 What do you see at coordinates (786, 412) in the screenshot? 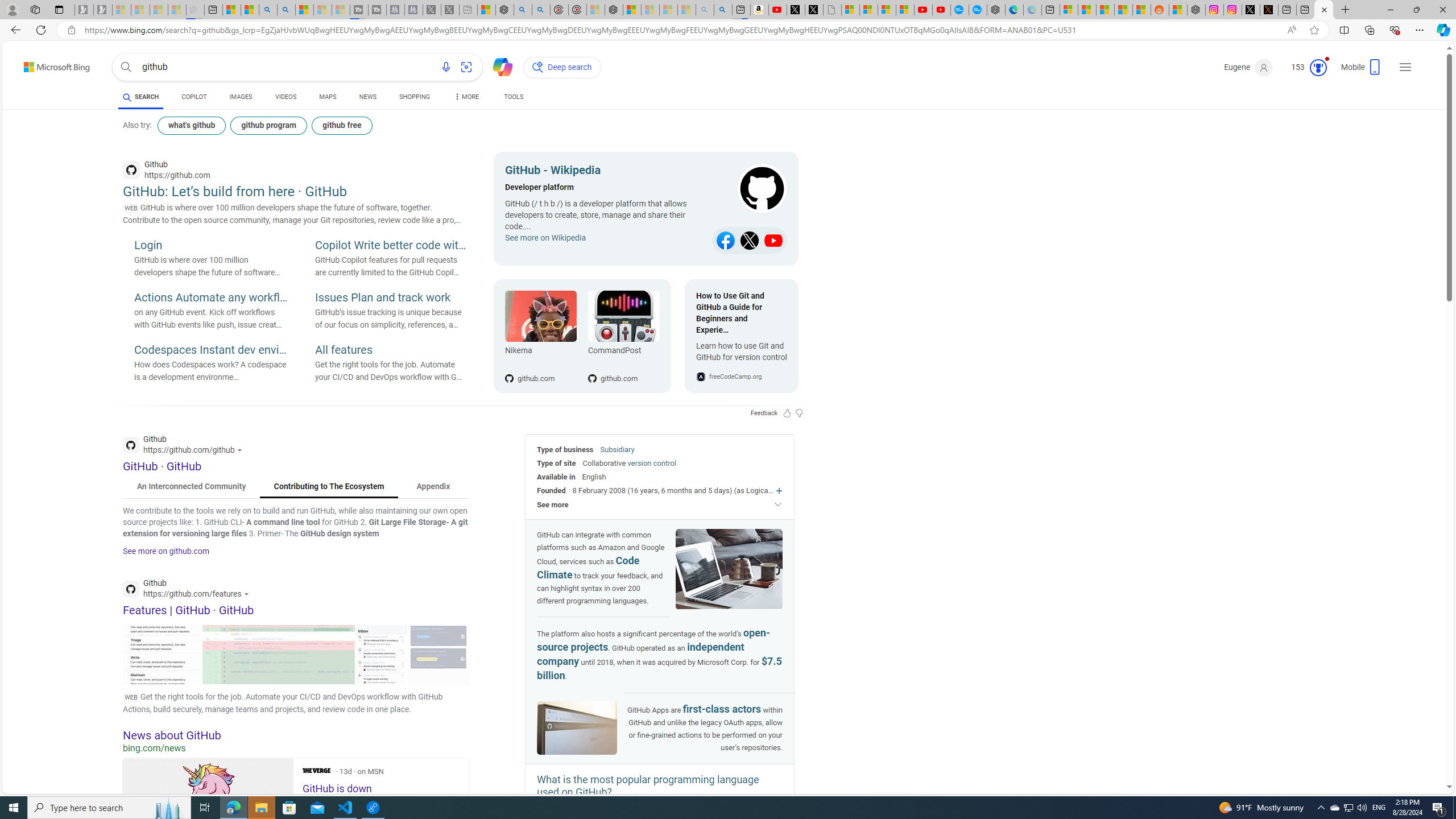
I see `'Feedback Like'` at bounding box center [786, 412].